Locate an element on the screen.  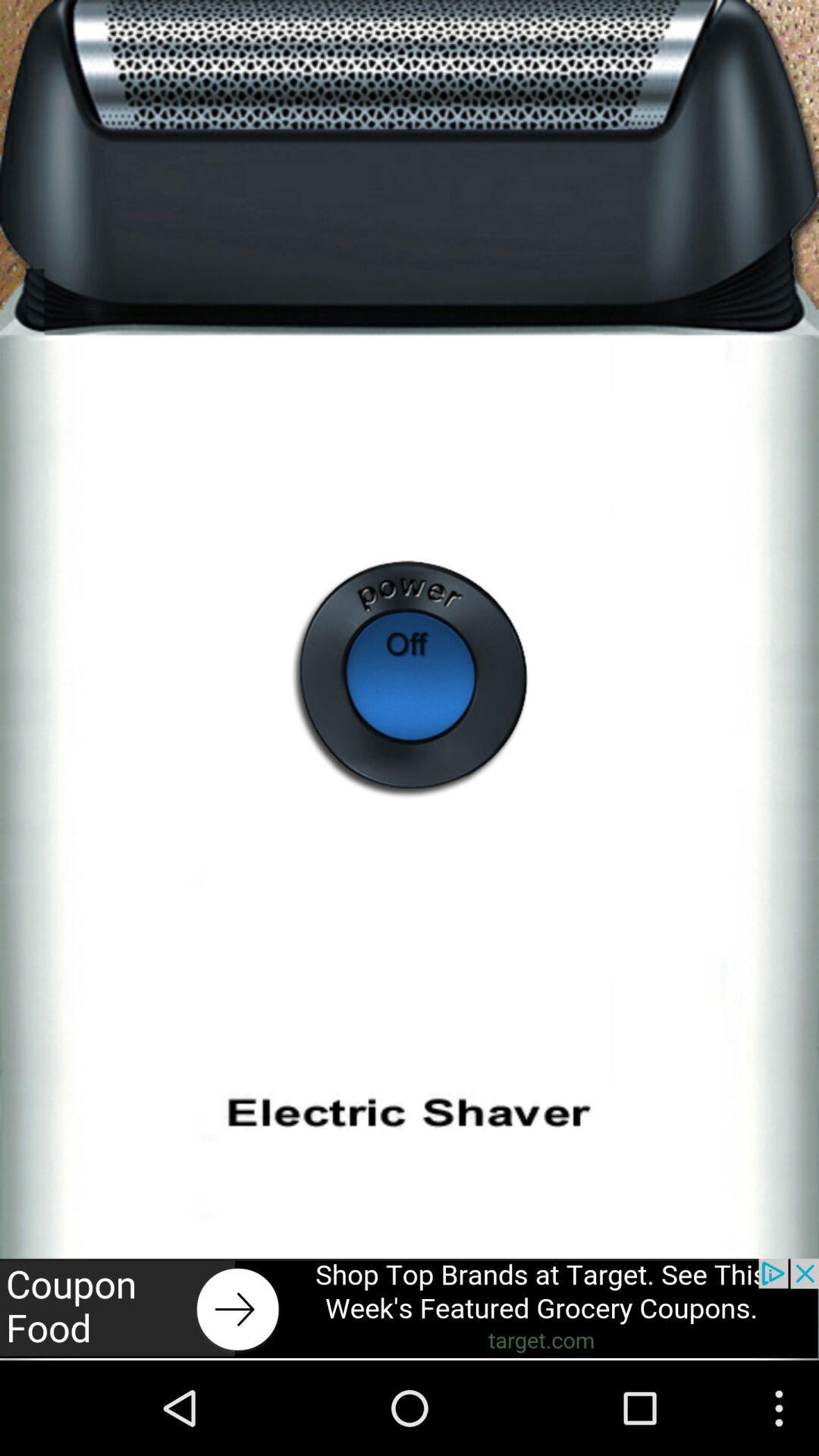
power is located at coordinates (409, 679).